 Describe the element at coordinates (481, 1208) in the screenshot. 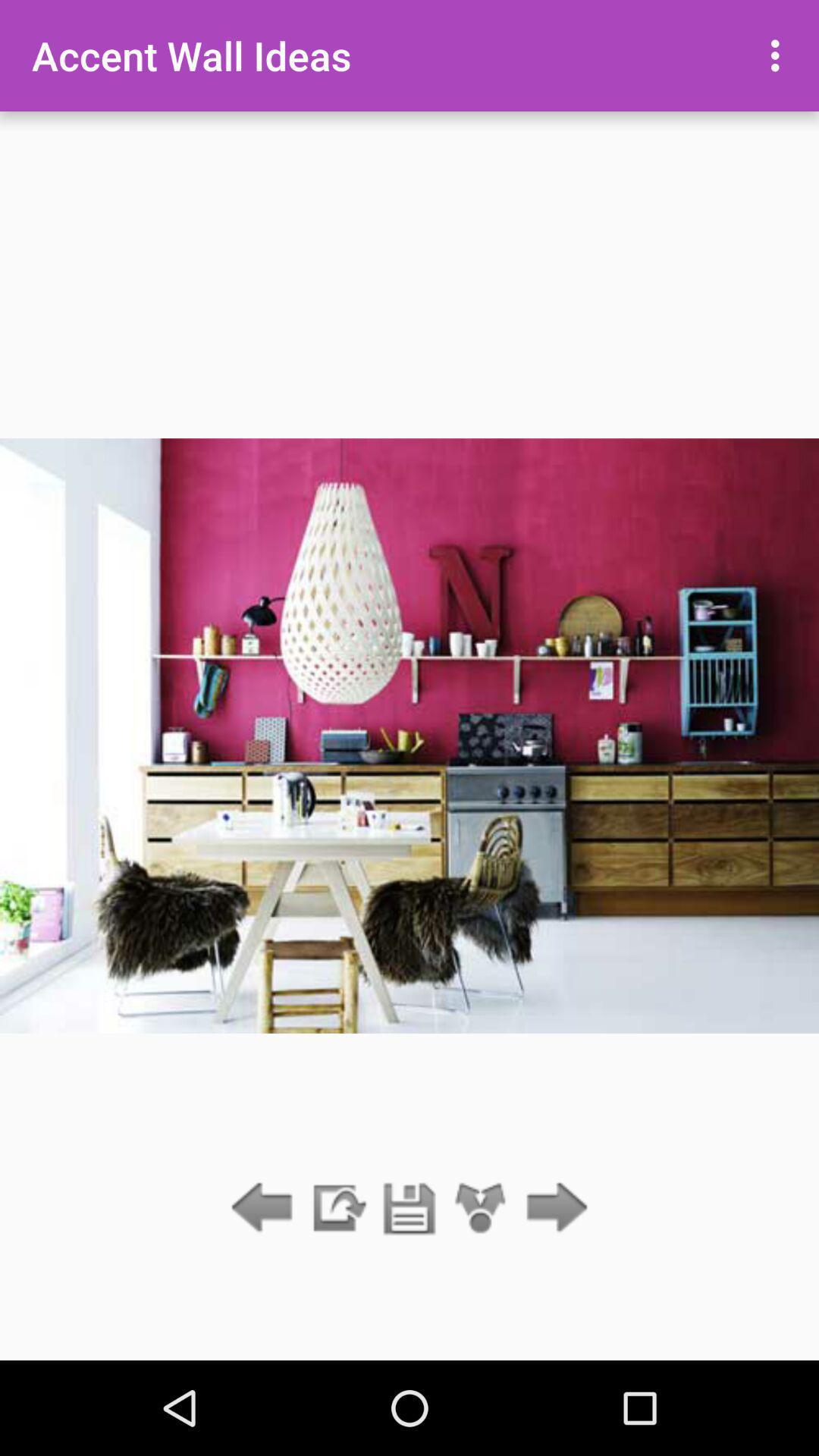

I see `share` at that location.